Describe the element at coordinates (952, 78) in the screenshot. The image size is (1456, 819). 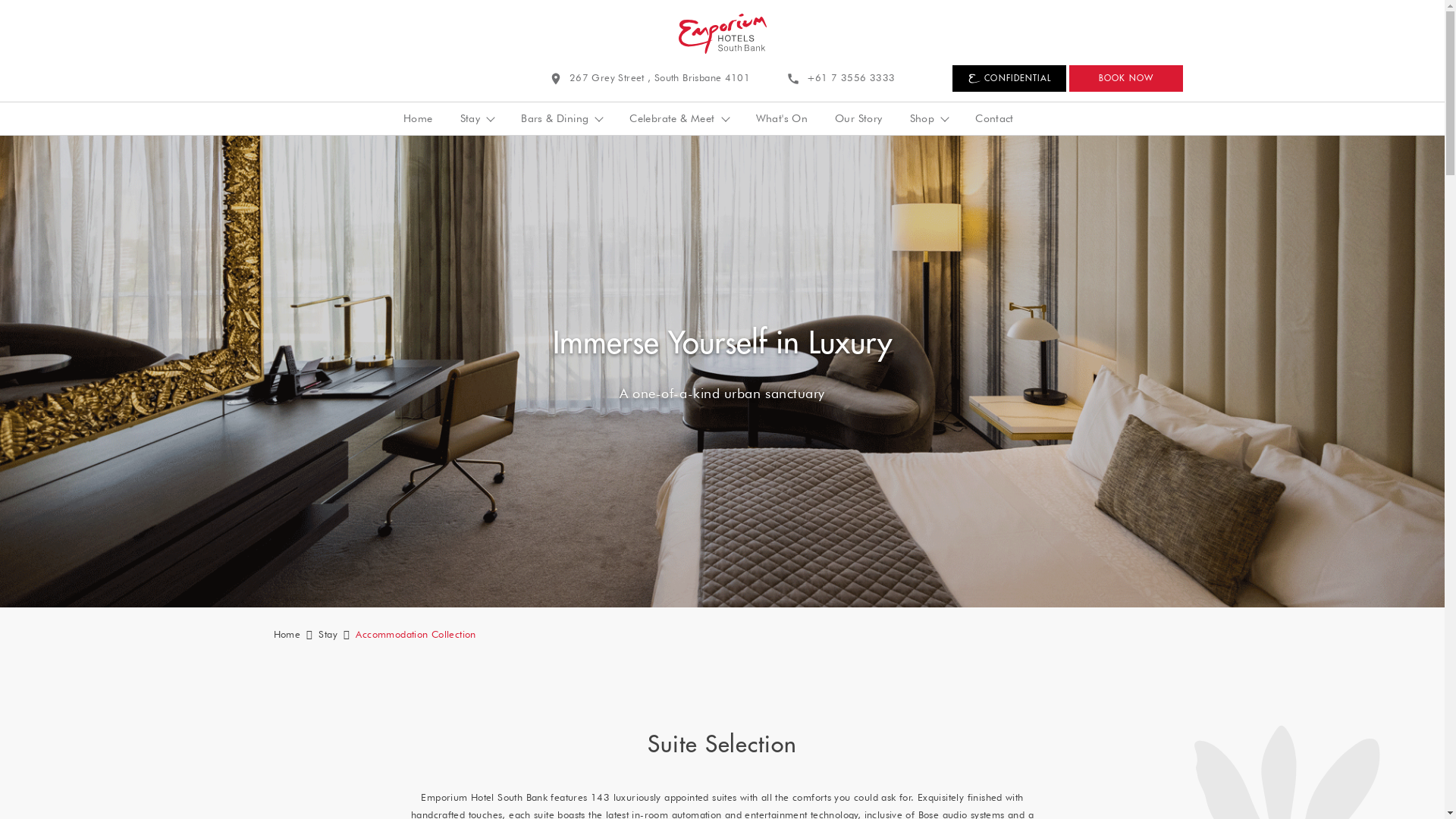
I see `'CONFIDENTIAL'` at that location.